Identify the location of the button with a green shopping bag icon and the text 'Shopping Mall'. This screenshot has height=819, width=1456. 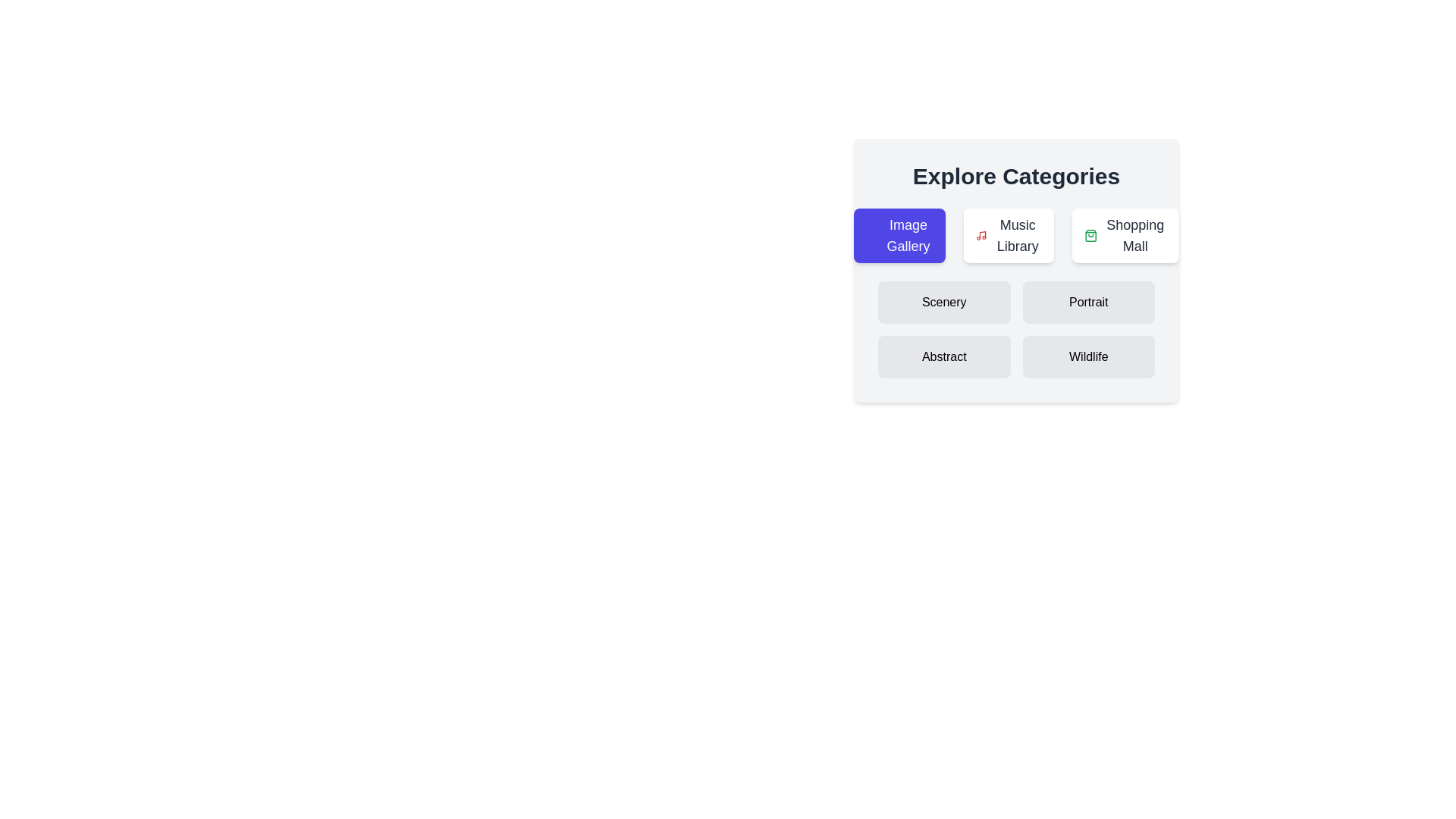
(1125, 236).